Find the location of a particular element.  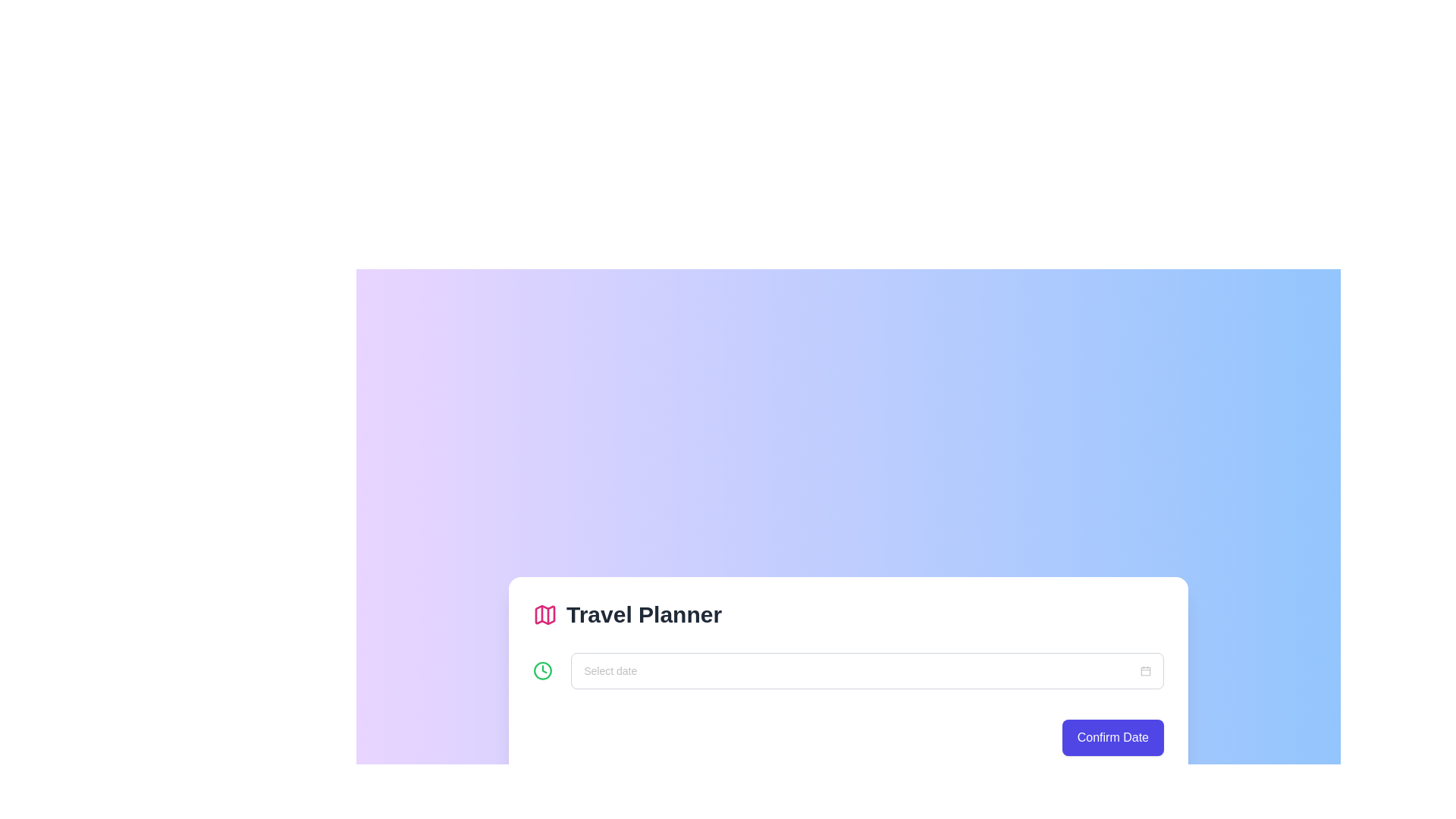

the date-picker trigger icon located to the right of the 'Select date' text input field is located at coordinates (1146, 670).